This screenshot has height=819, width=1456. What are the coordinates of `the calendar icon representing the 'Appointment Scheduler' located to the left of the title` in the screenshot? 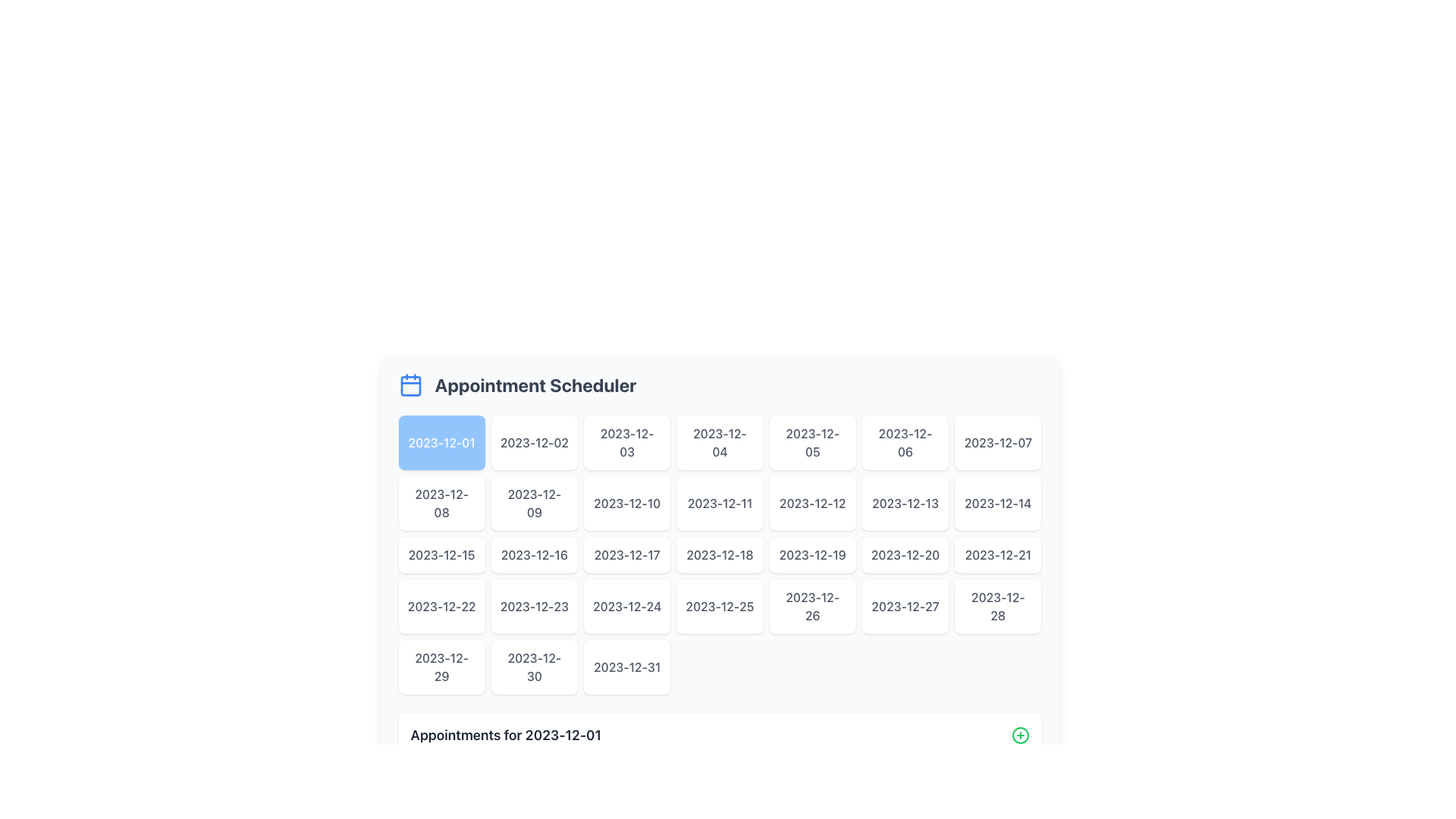 It's located at (410, 384).